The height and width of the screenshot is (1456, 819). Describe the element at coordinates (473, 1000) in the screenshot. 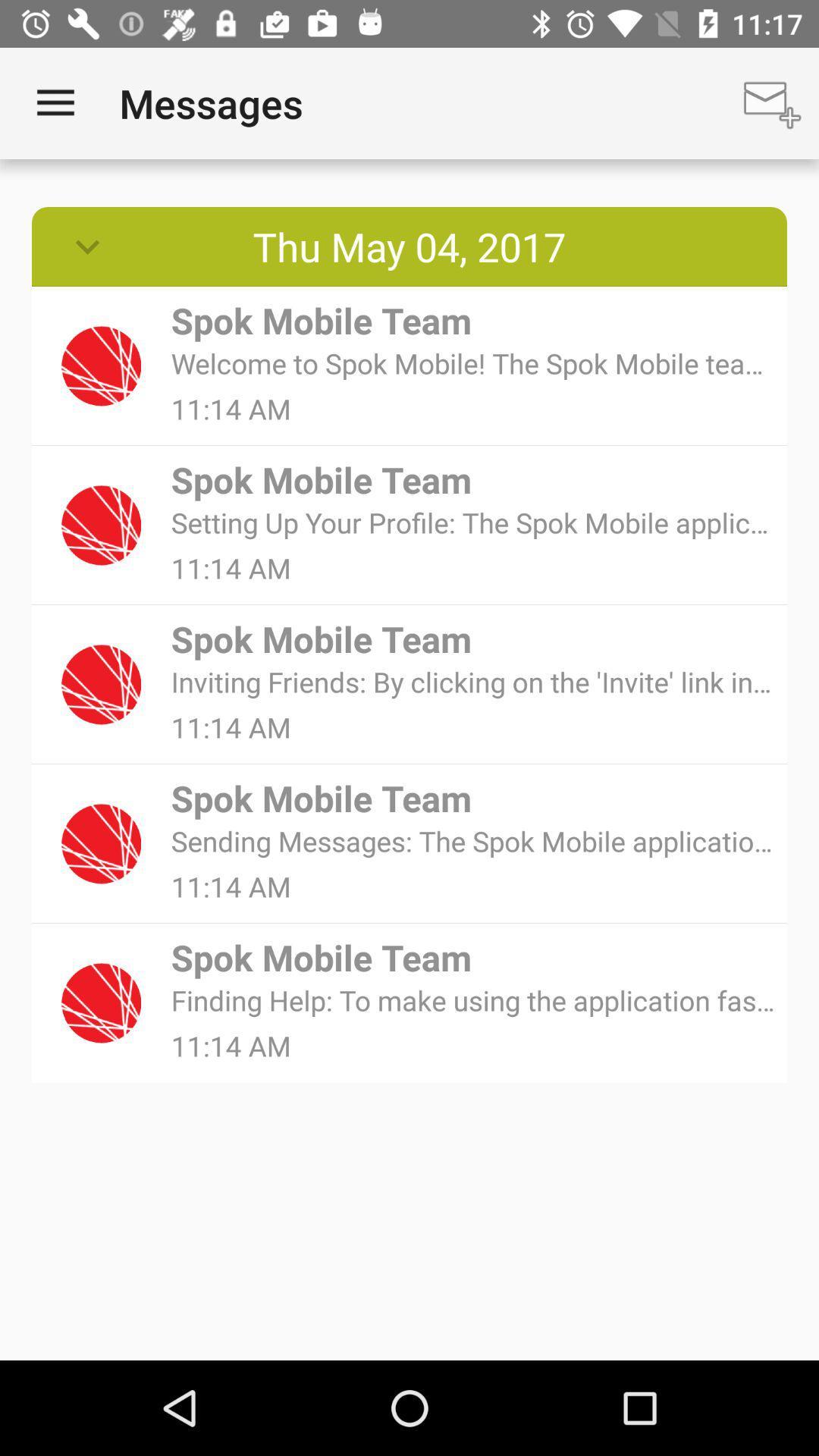

I see `the finding help to item` at that location.